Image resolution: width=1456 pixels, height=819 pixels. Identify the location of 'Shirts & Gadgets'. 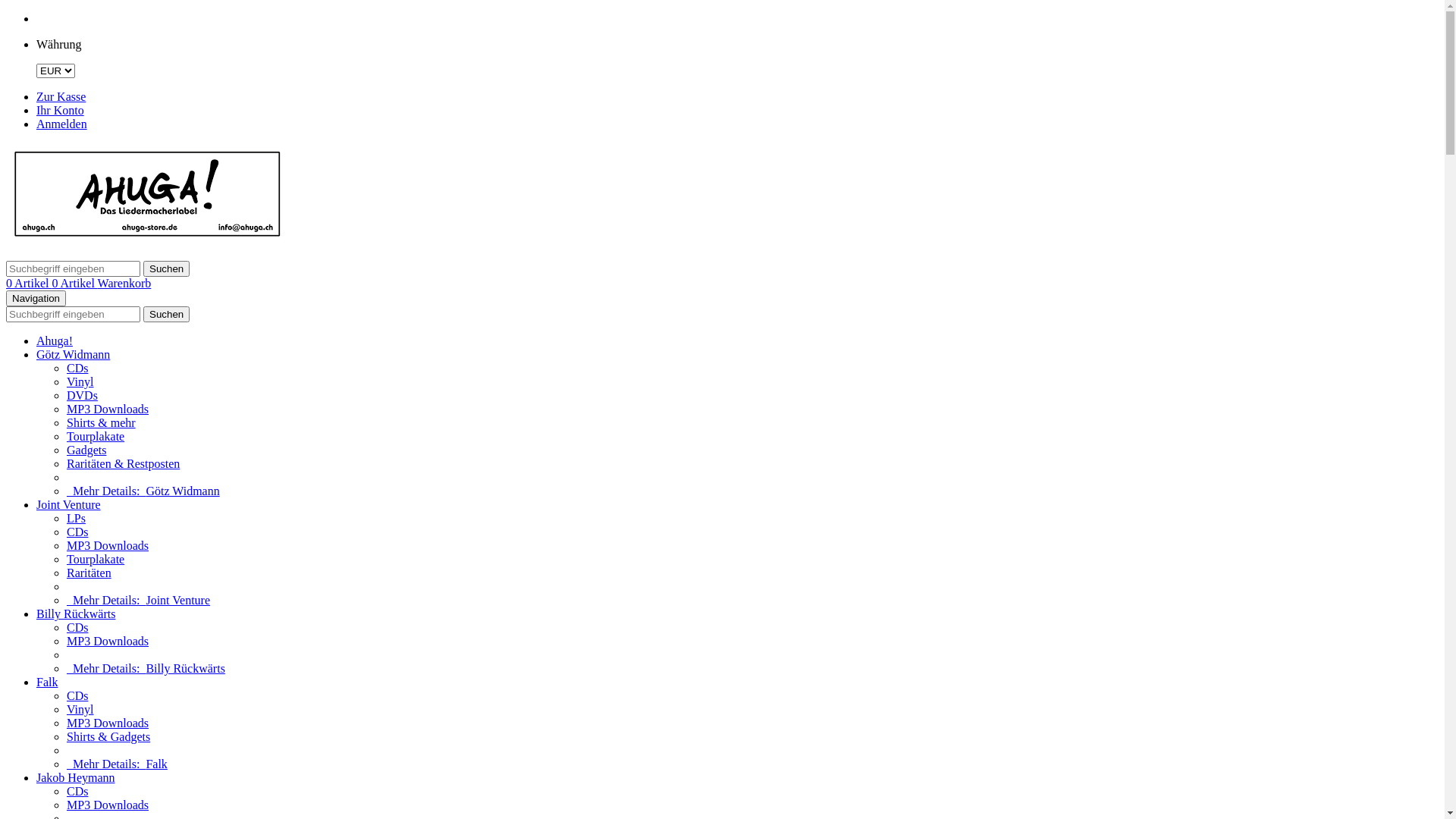
(108, 736).